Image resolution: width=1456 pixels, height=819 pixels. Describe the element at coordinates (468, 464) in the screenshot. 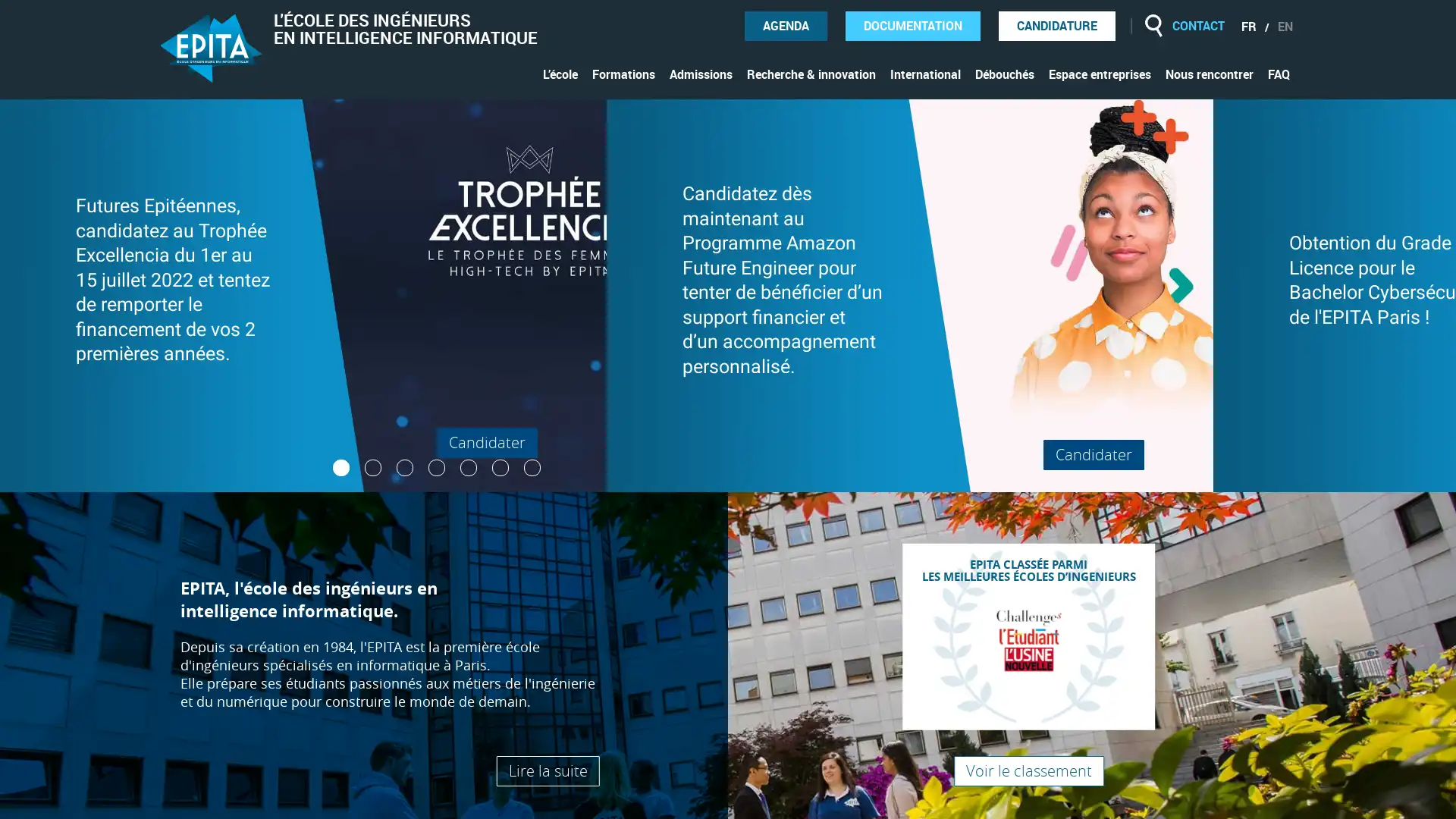

I see `5` at that location.